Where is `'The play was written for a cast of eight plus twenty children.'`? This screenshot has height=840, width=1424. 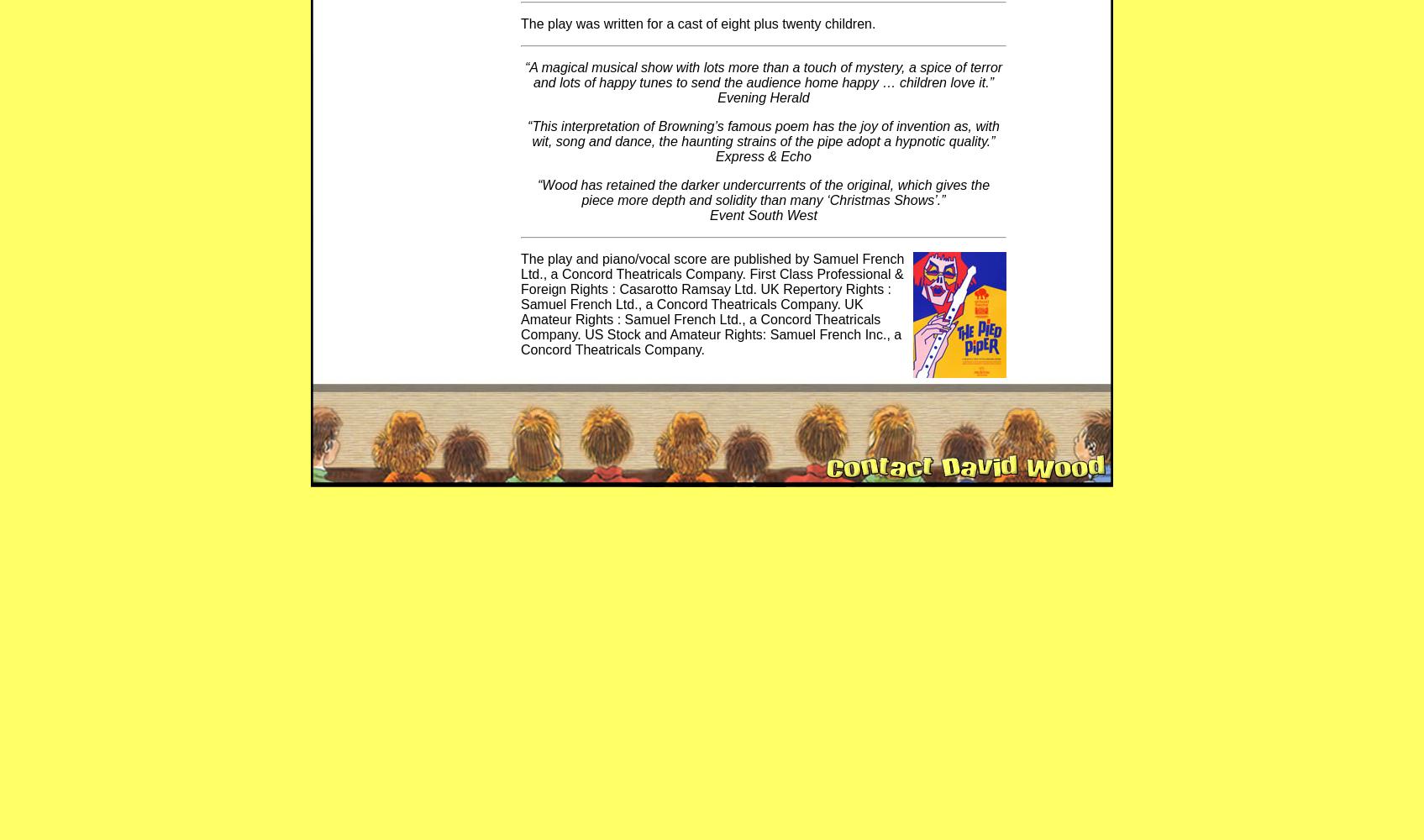 'The play was written for a cast of eight plus twenty children.' is located at coordinates (698, 24).